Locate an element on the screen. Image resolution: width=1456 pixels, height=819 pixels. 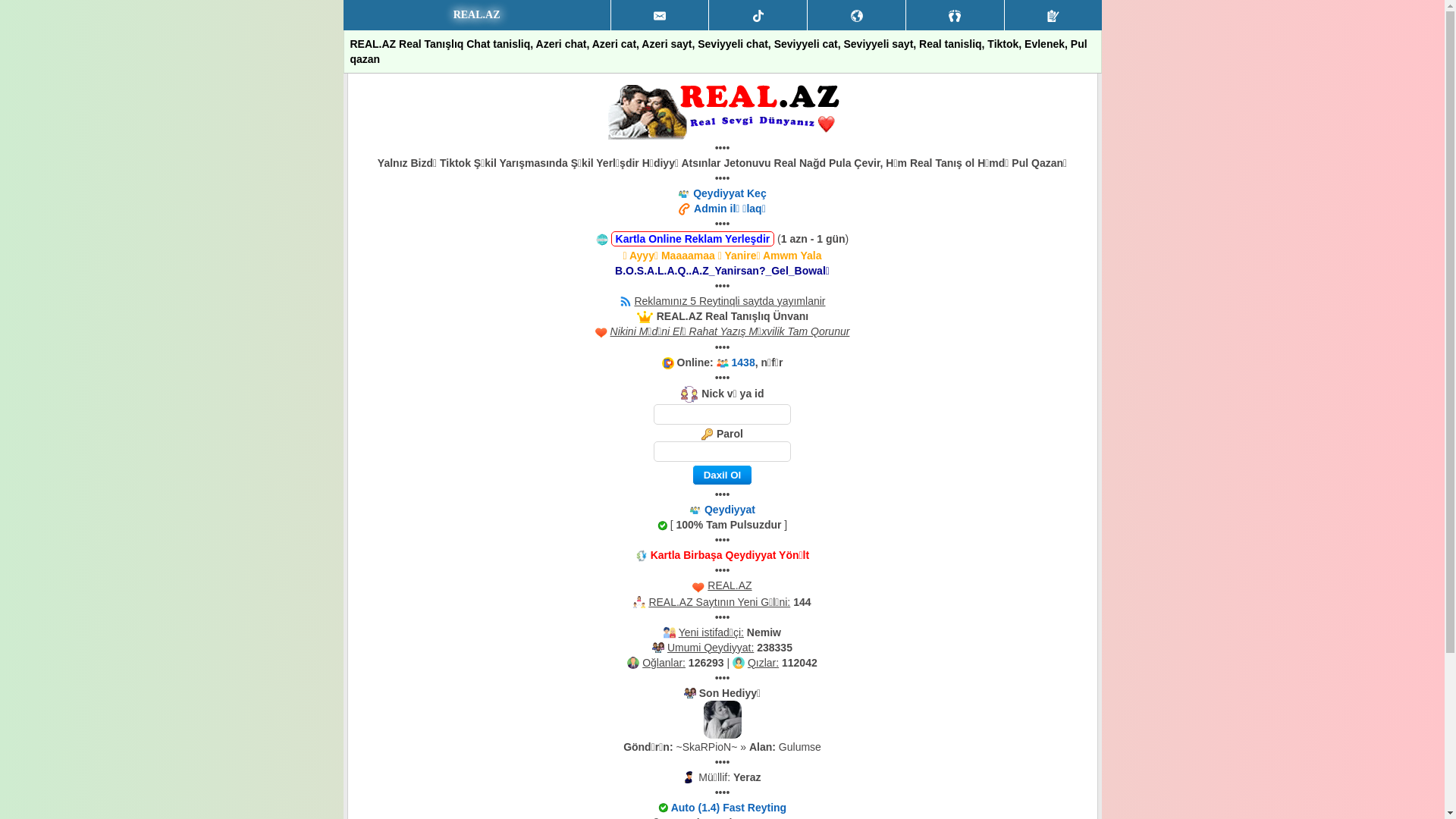
'Auto (1.4) Fast Reyting' is located at coordinates (728, 806).